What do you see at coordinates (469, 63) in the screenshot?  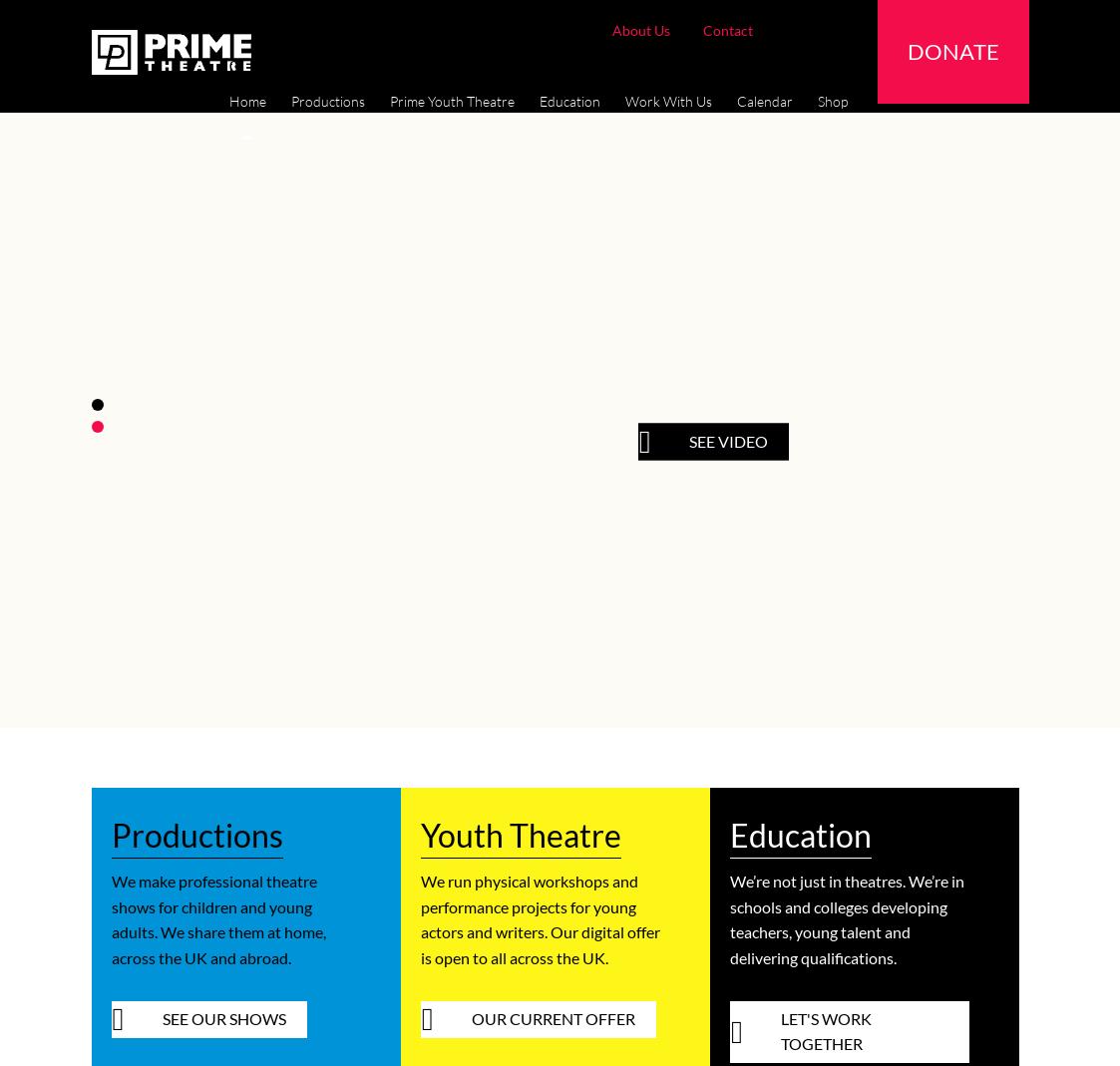 I see `'£50'` at bounding box center [469, 63].